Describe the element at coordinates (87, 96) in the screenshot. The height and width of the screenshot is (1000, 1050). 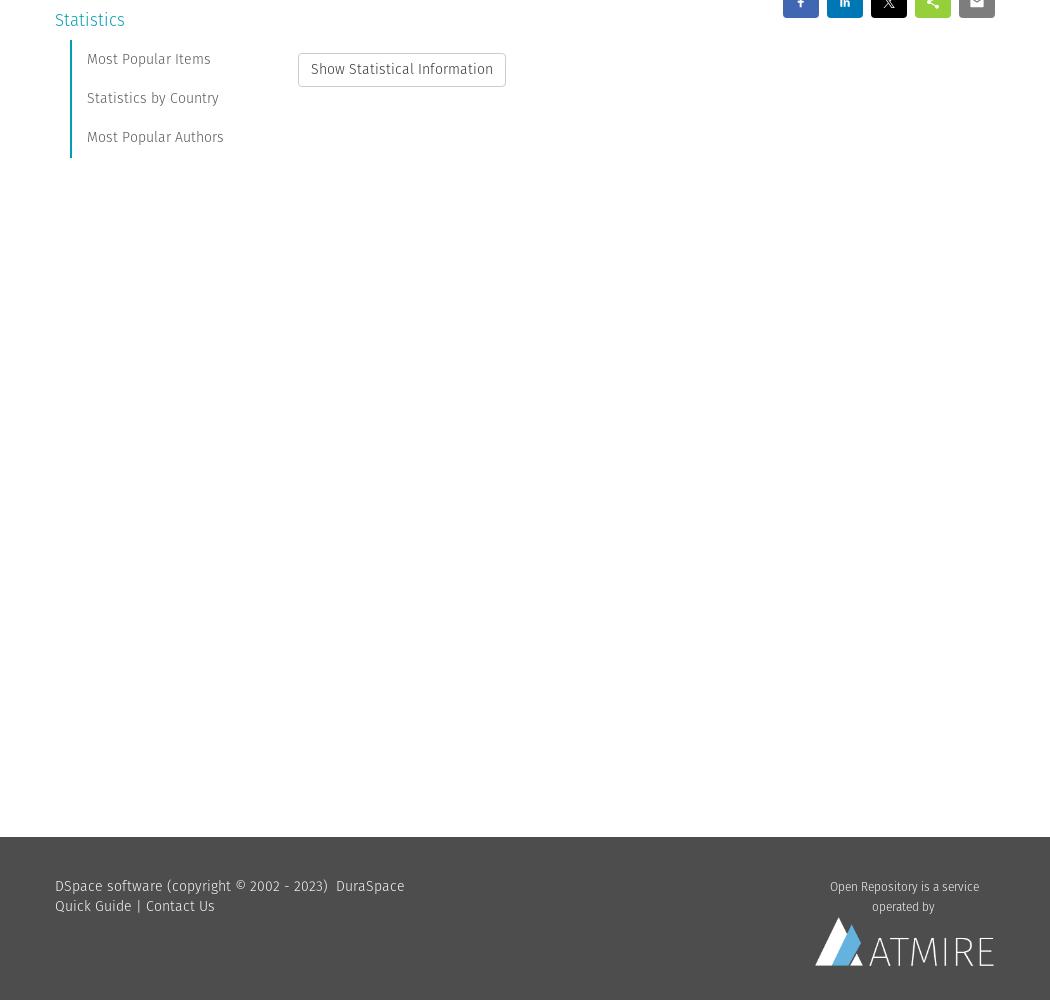
I see `'Statistics by Country'` at that location.